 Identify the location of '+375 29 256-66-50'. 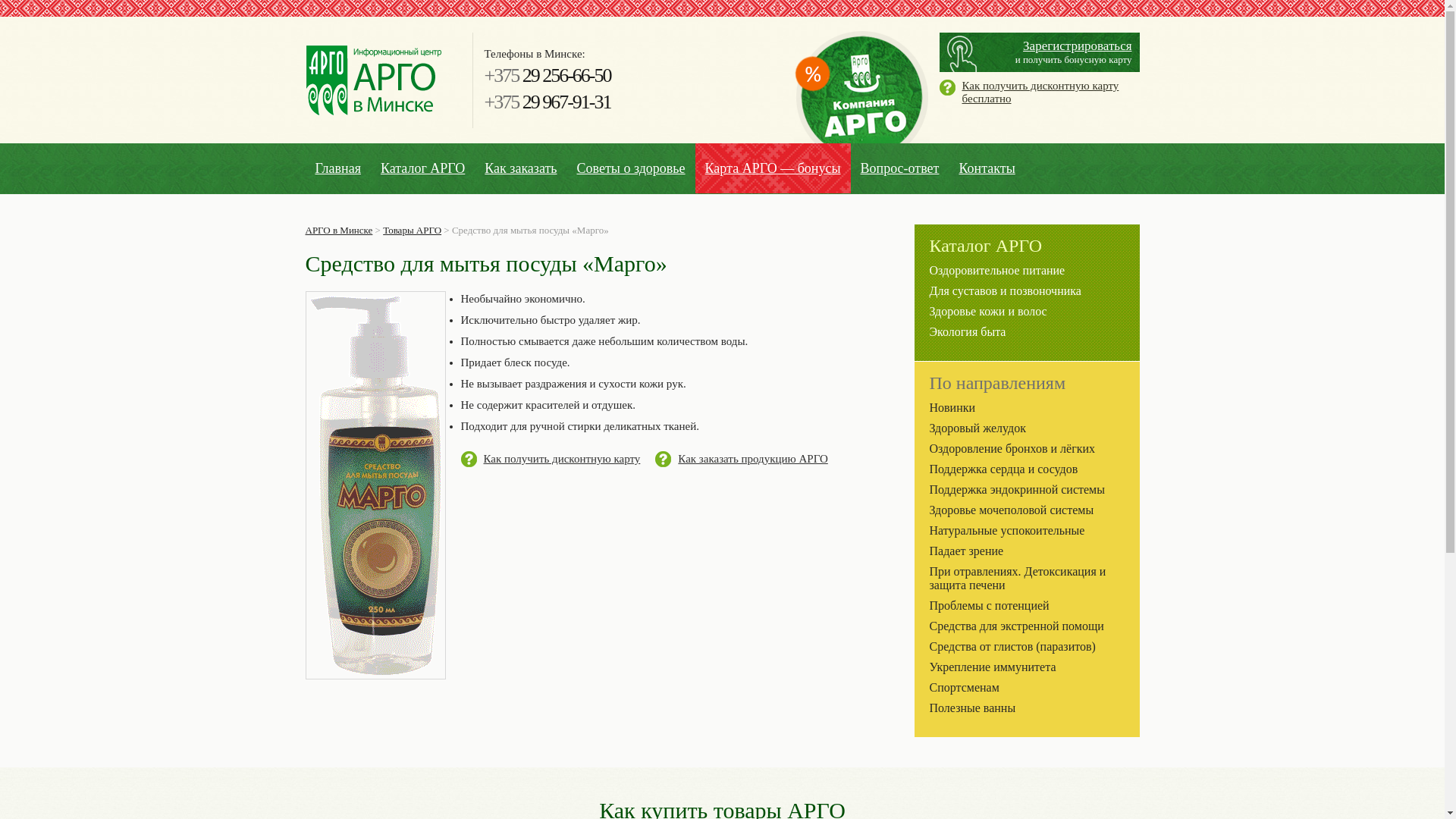
(546, 75).